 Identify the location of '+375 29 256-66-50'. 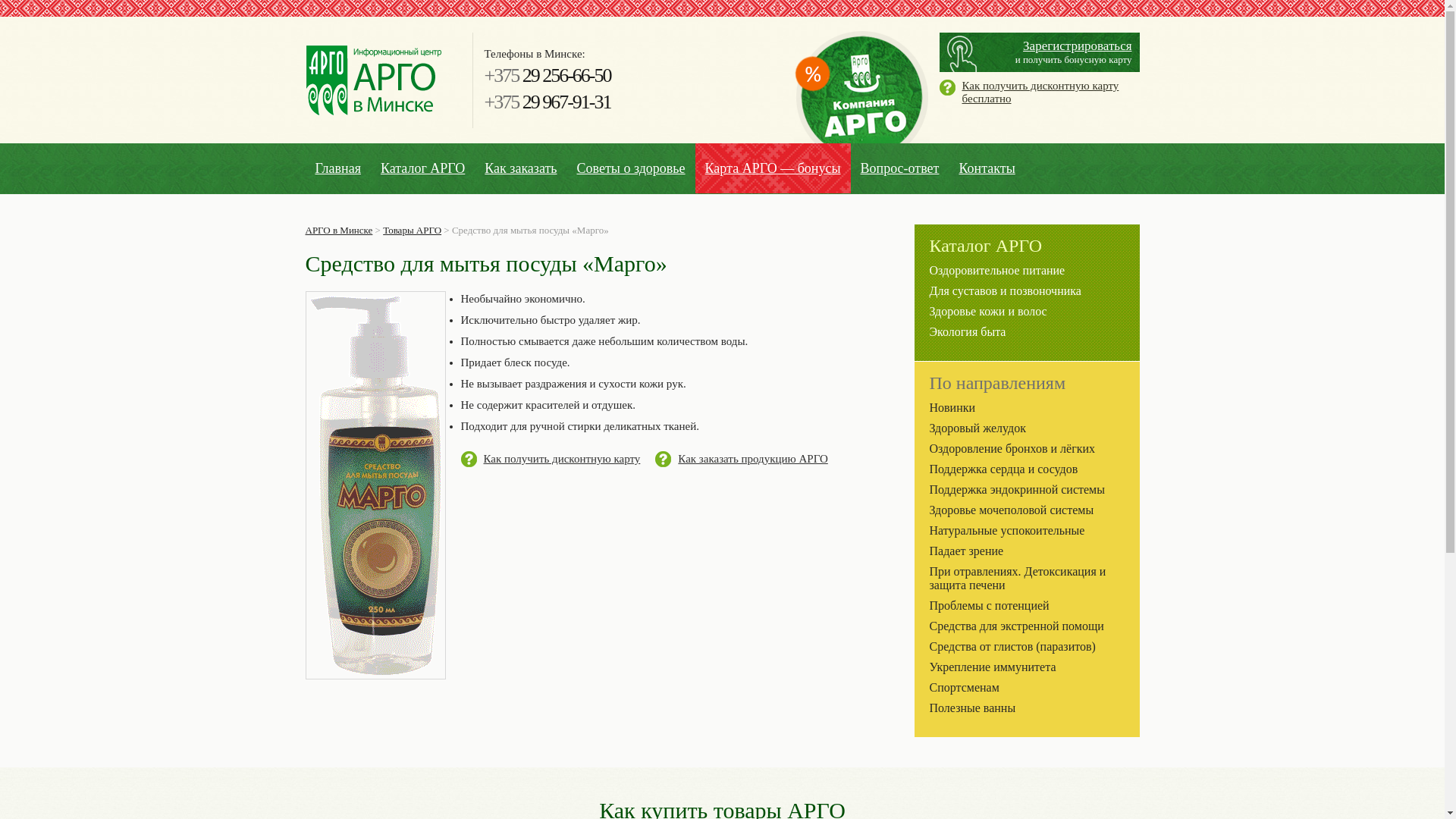
(546, 75).